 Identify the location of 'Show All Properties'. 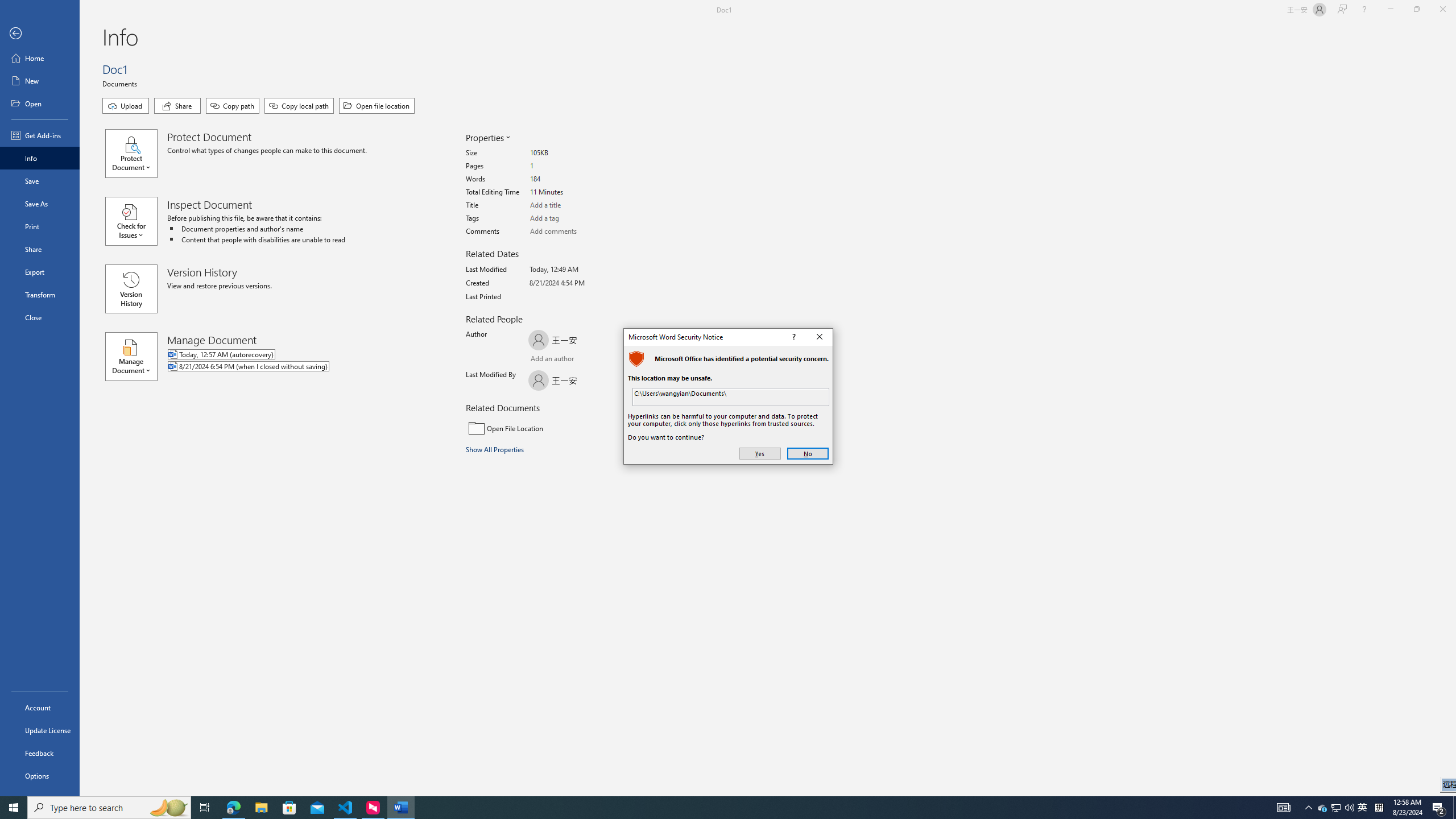
(495, 448).